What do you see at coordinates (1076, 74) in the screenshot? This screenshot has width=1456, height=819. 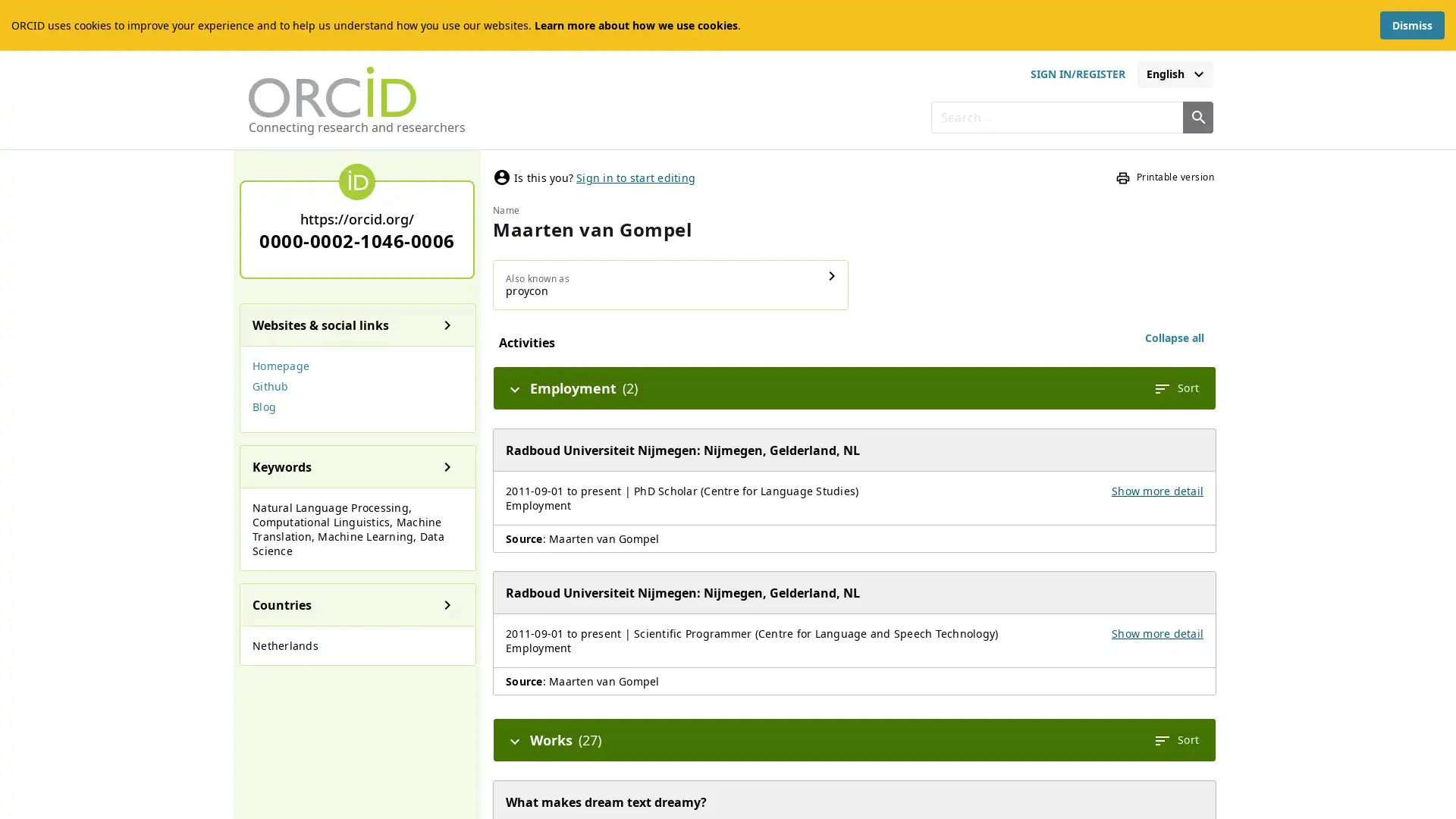 I see `sign in or register` at bounding box center [1076, 74].